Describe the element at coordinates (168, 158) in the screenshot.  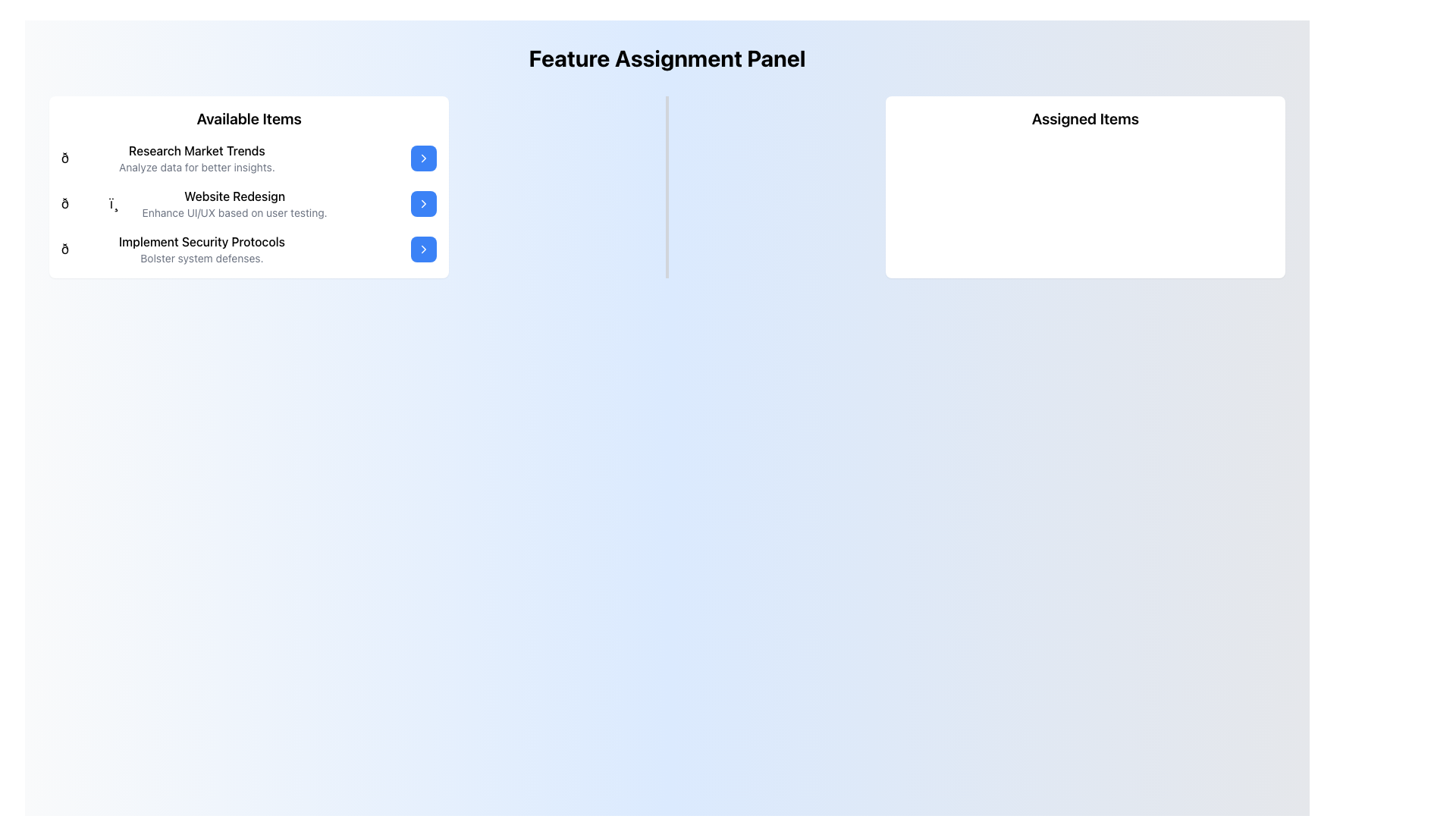
I see `the first list item representing a task related to analyzing market trends` at that location.